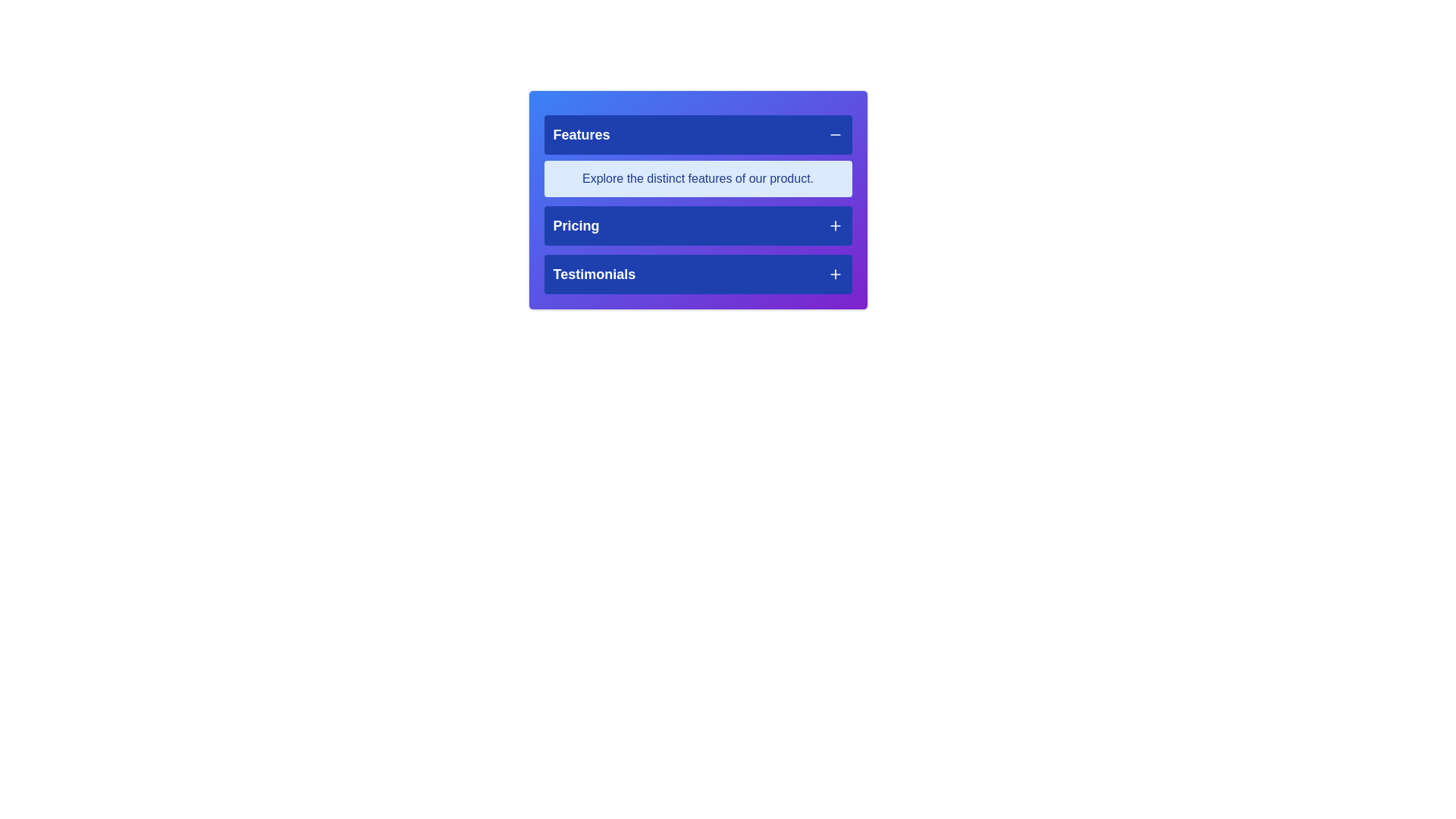  What do you see at coordinates (581, 133) in the screenshot?
I see `the 'Features' text label, which is a bold, large white text on a blue background, located prominently to the left of a minus icon in the accordion menu` at bounding box center [581, 133].